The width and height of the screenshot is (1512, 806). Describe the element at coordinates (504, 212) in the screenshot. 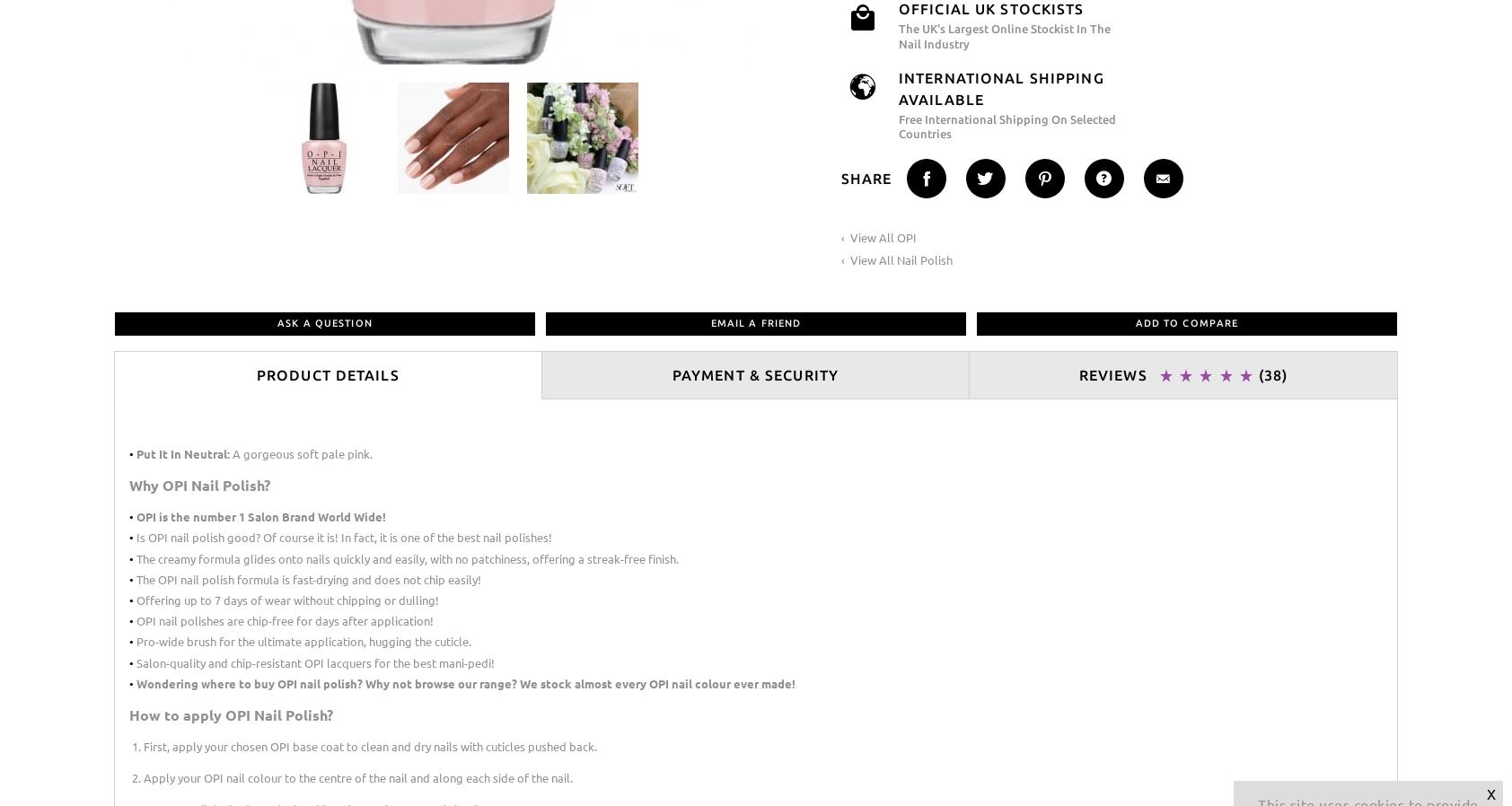

I see `'Disinfectant Sprays'` at that location.